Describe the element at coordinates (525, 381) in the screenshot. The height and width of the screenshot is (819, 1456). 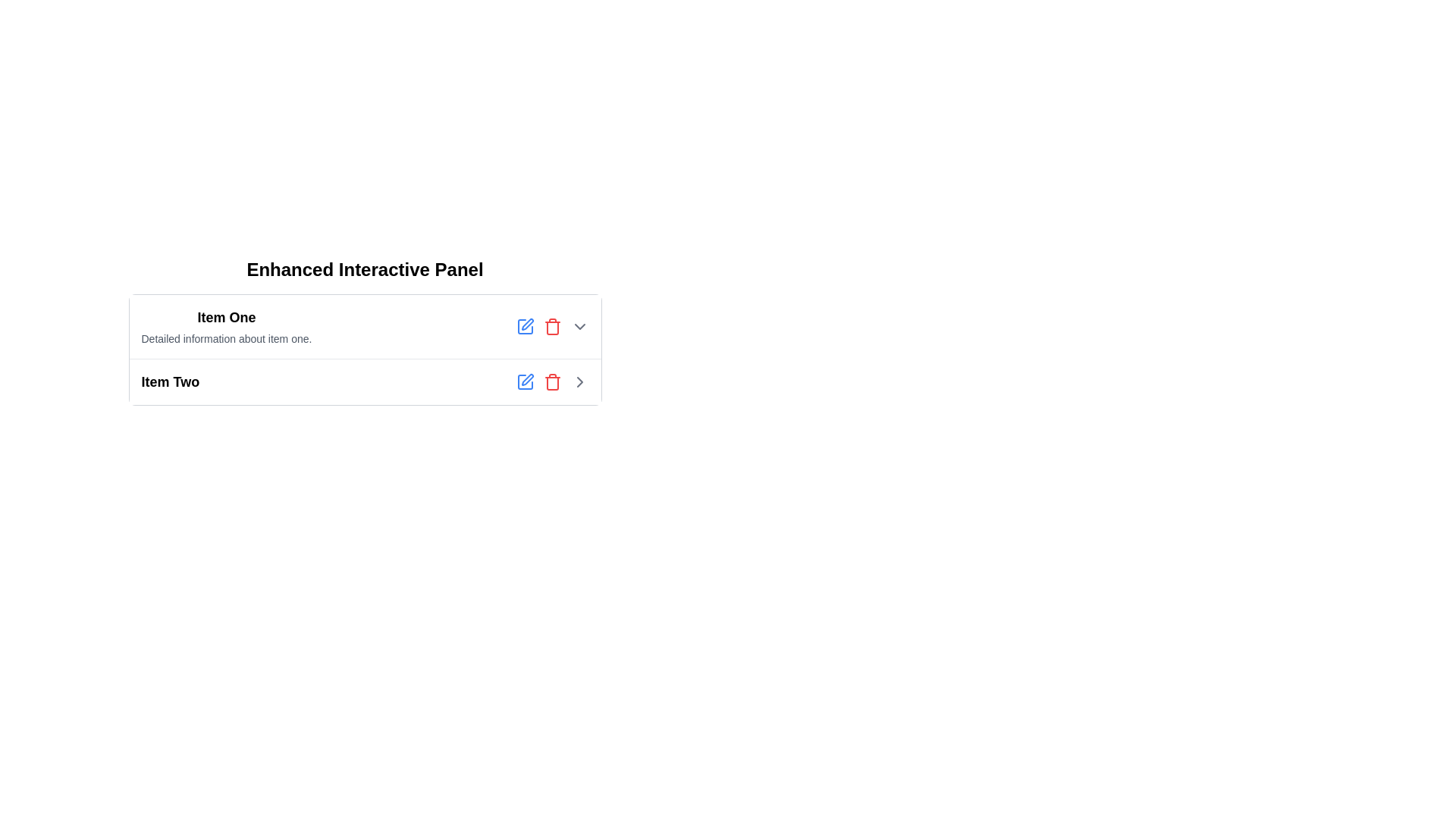
I see `the leftmost icon button representing the edit action for 'Item Two' to initiate the edit functionality` at that location.